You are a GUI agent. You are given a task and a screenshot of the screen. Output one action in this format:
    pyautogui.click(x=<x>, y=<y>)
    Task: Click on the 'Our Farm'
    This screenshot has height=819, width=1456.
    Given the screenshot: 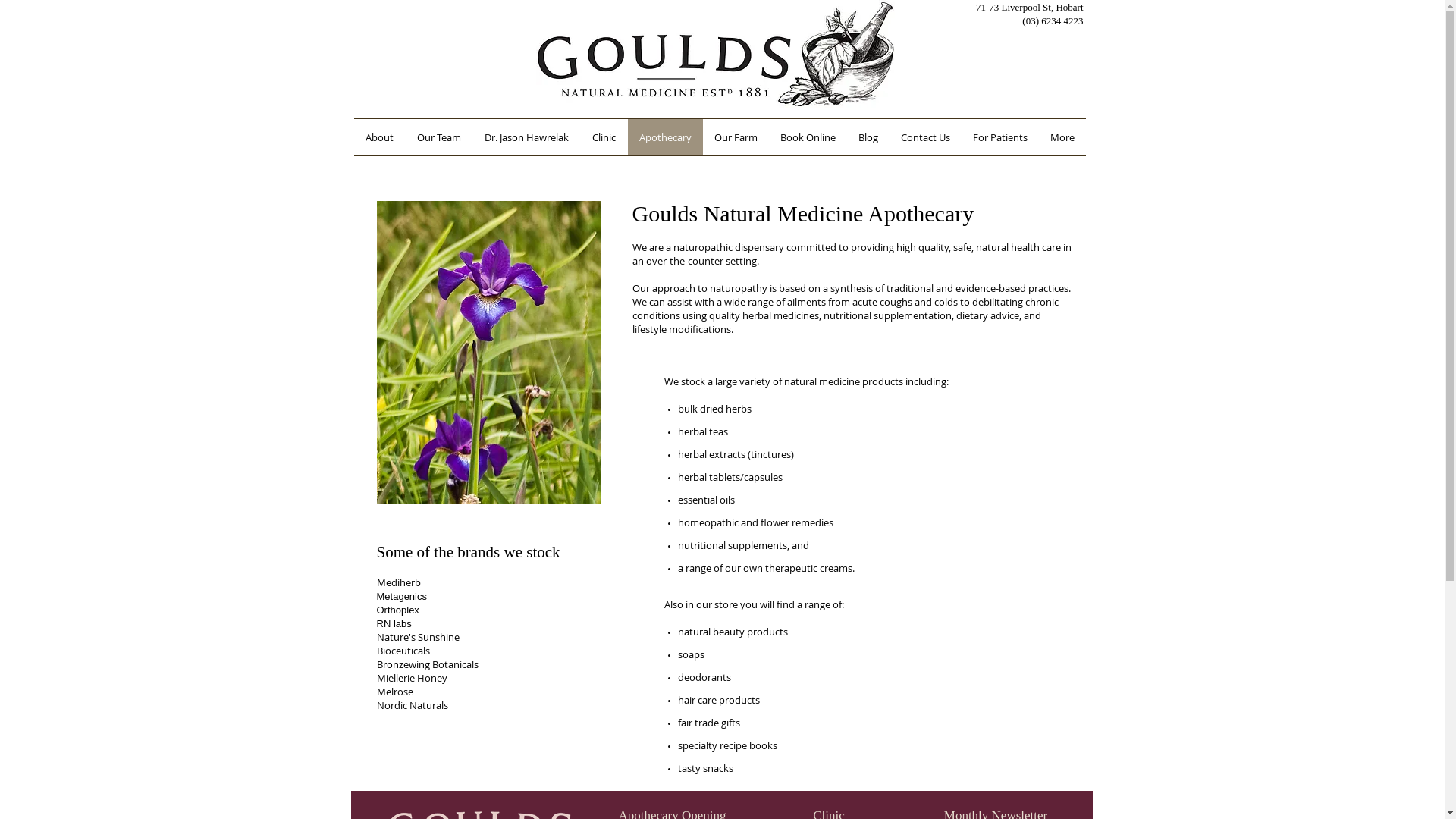 What is the action you would take?
    pyautogui.click(x=735, y=137)
    